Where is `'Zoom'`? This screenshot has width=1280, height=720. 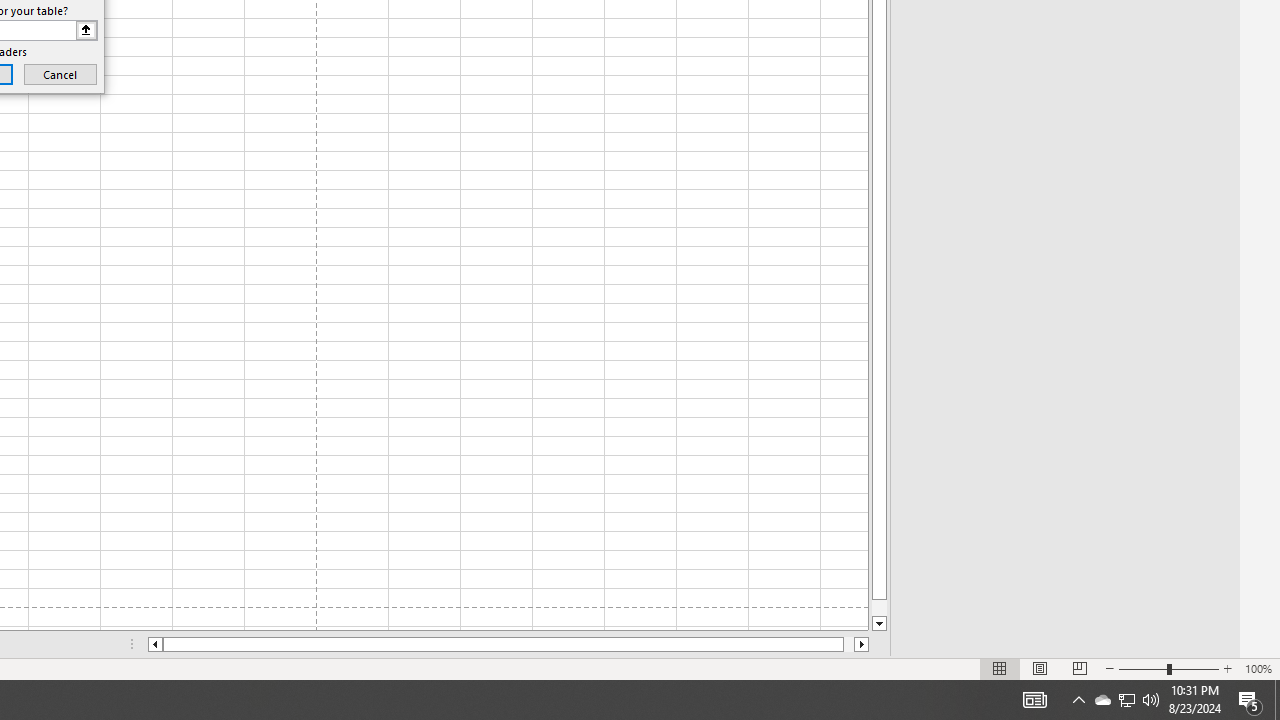 'Zoom' is located at coordinates (1168, 669).